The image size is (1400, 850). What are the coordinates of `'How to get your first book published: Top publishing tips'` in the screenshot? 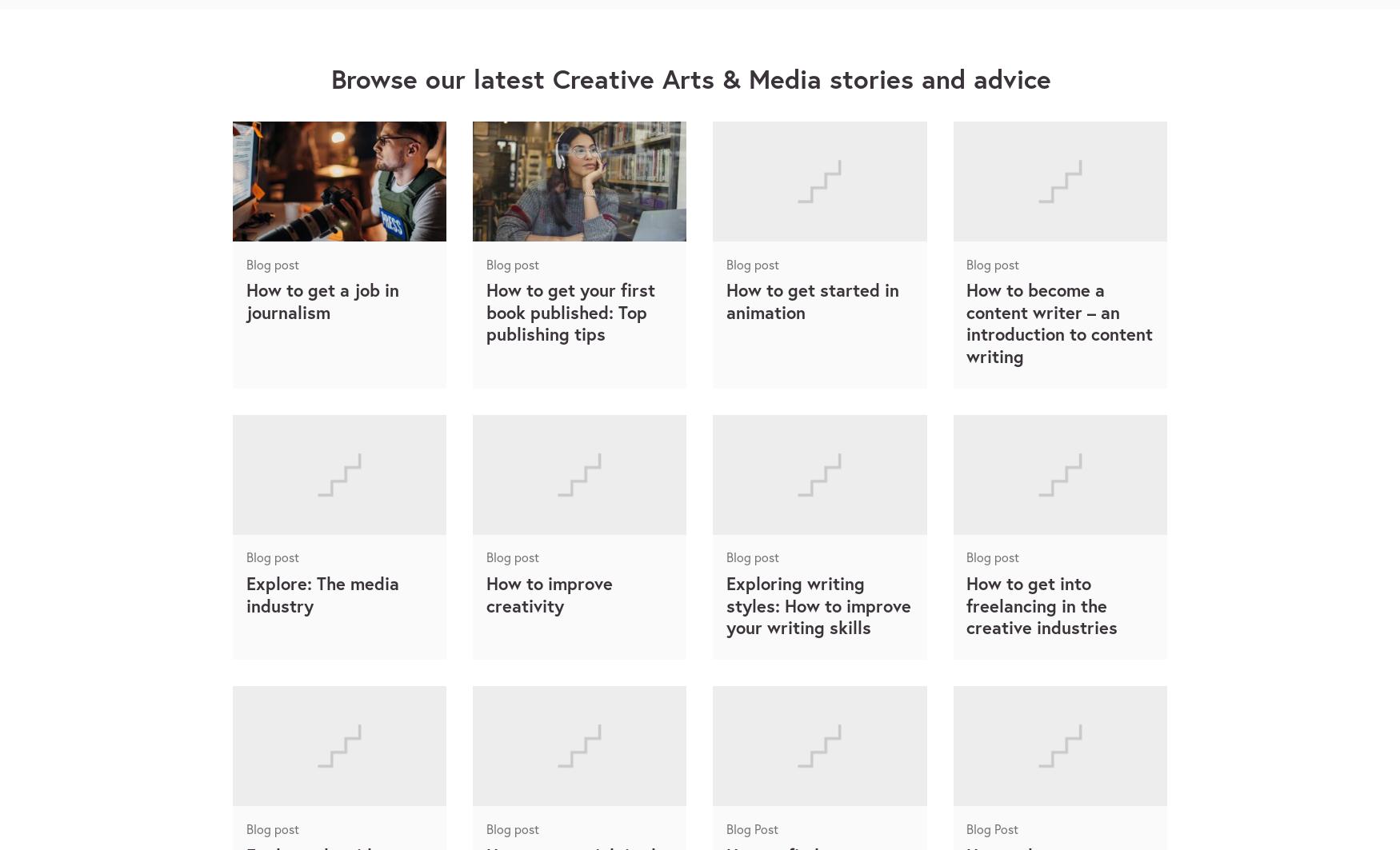 It's located at (570, 312).